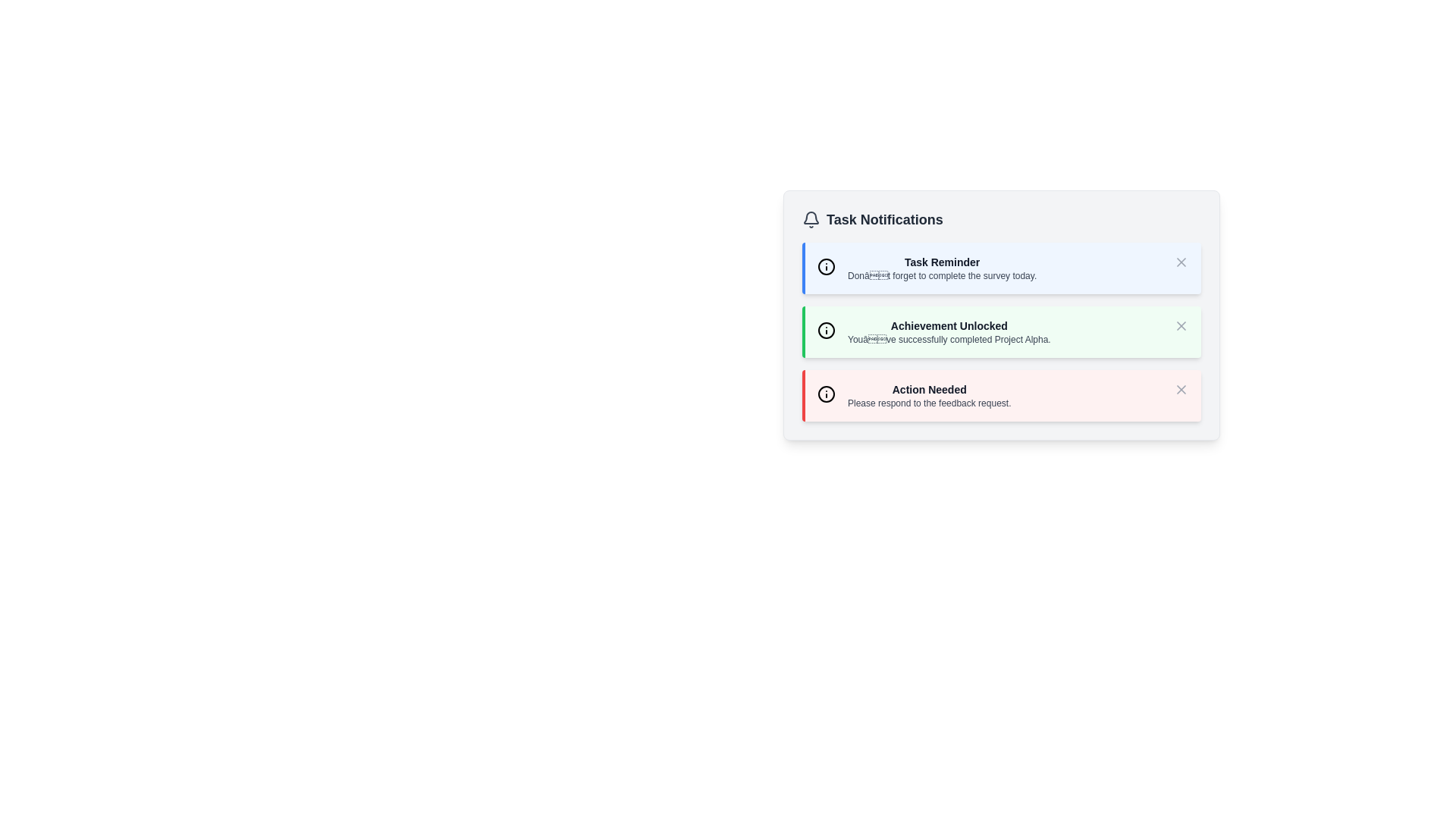  Describe the element at coordinates (928, 403) in the screenshot. I see `the informational Text Label that provides guidance related to the 'Action Needed' notification, positioned below its title` at that location.